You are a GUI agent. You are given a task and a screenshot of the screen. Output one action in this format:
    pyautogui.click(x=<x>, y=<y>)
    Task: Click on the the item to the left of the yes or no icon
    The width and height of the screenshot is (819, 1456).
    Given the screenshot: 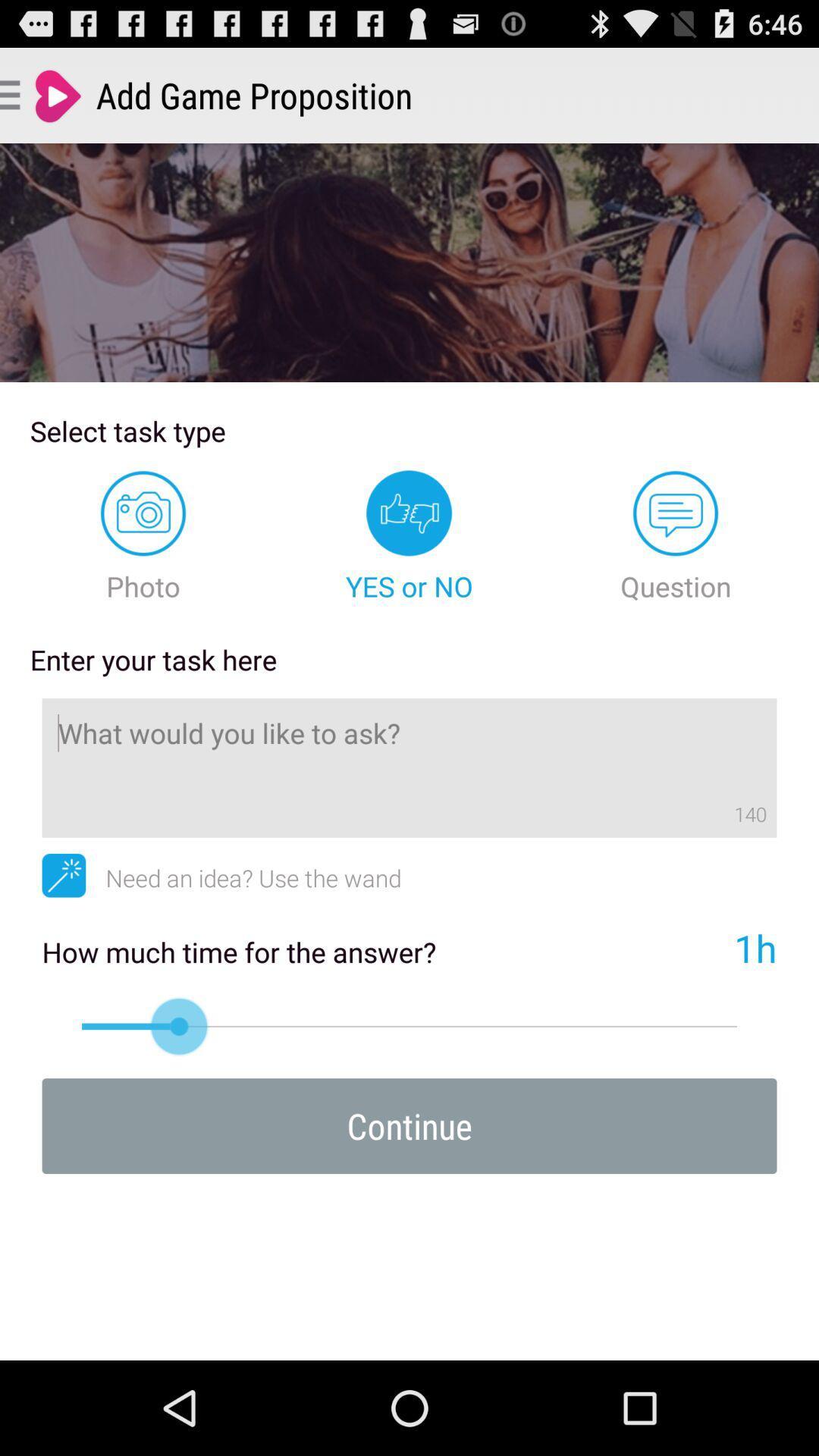 What is the action you would take?
    pyautogui.click(x=143, y=537)
    